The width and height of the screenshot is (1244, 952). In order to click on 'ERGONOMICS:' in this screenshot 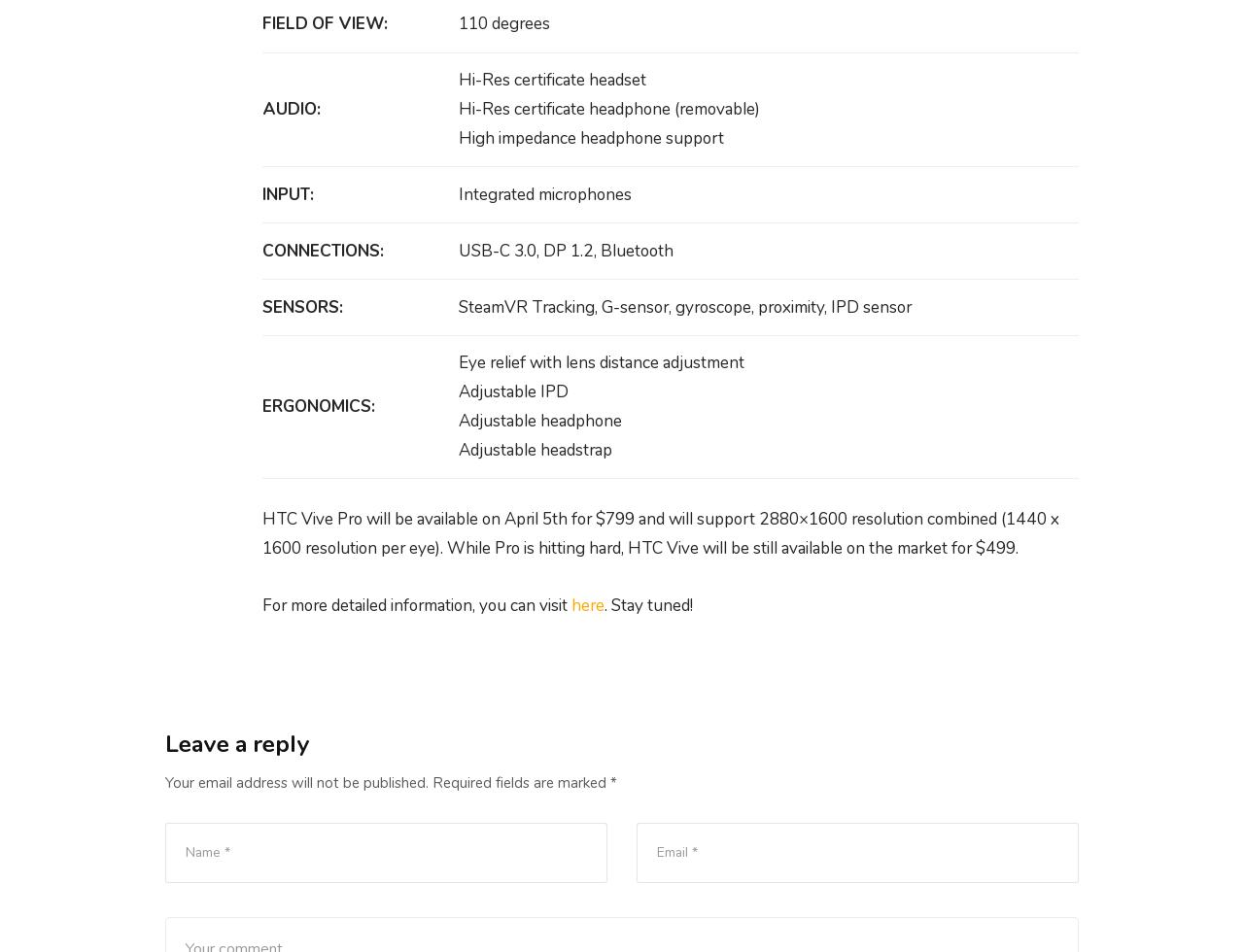, I will do `click(260, 406)`.